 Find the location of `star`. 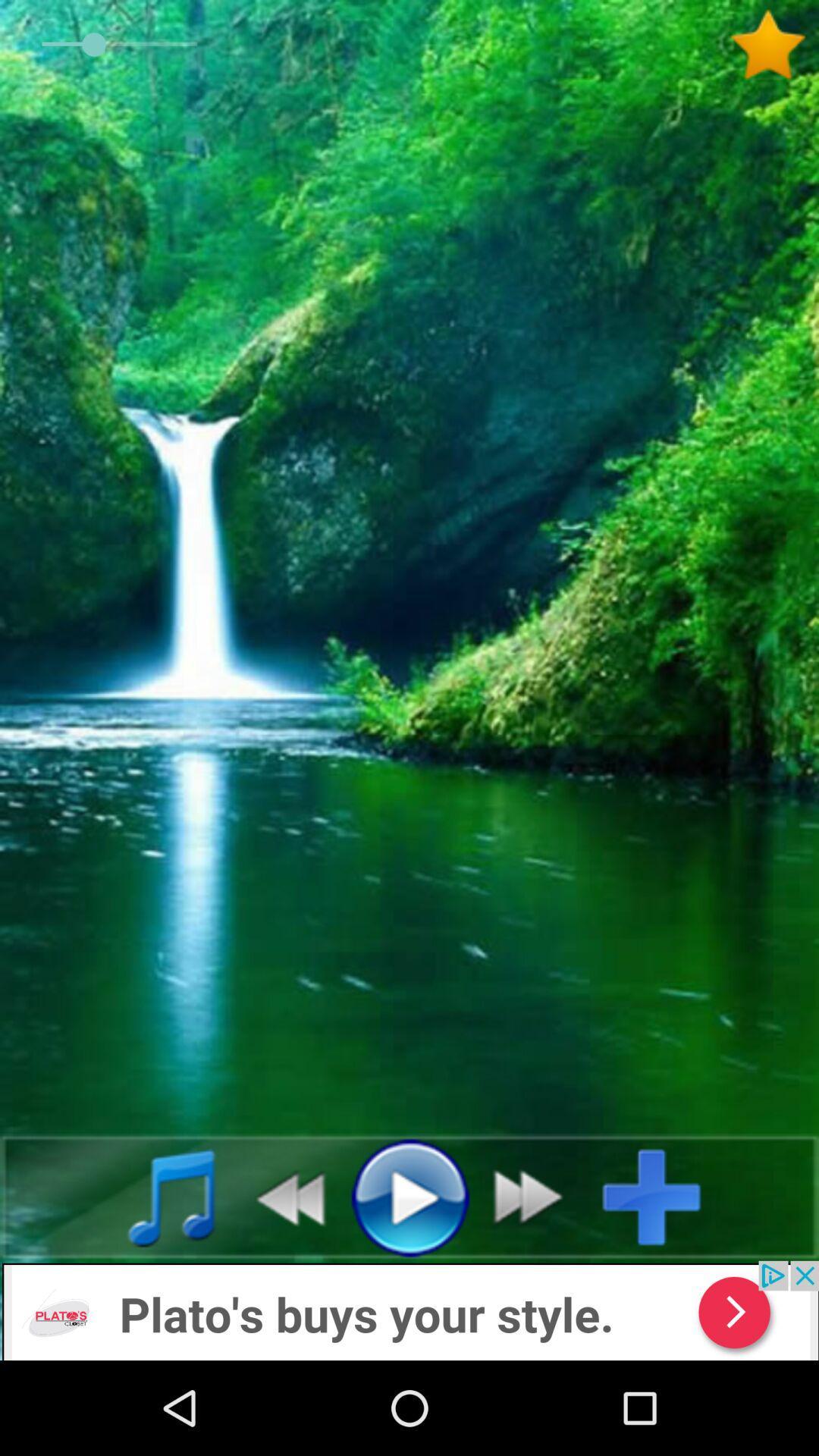

star is located at coordinates (773, 45).